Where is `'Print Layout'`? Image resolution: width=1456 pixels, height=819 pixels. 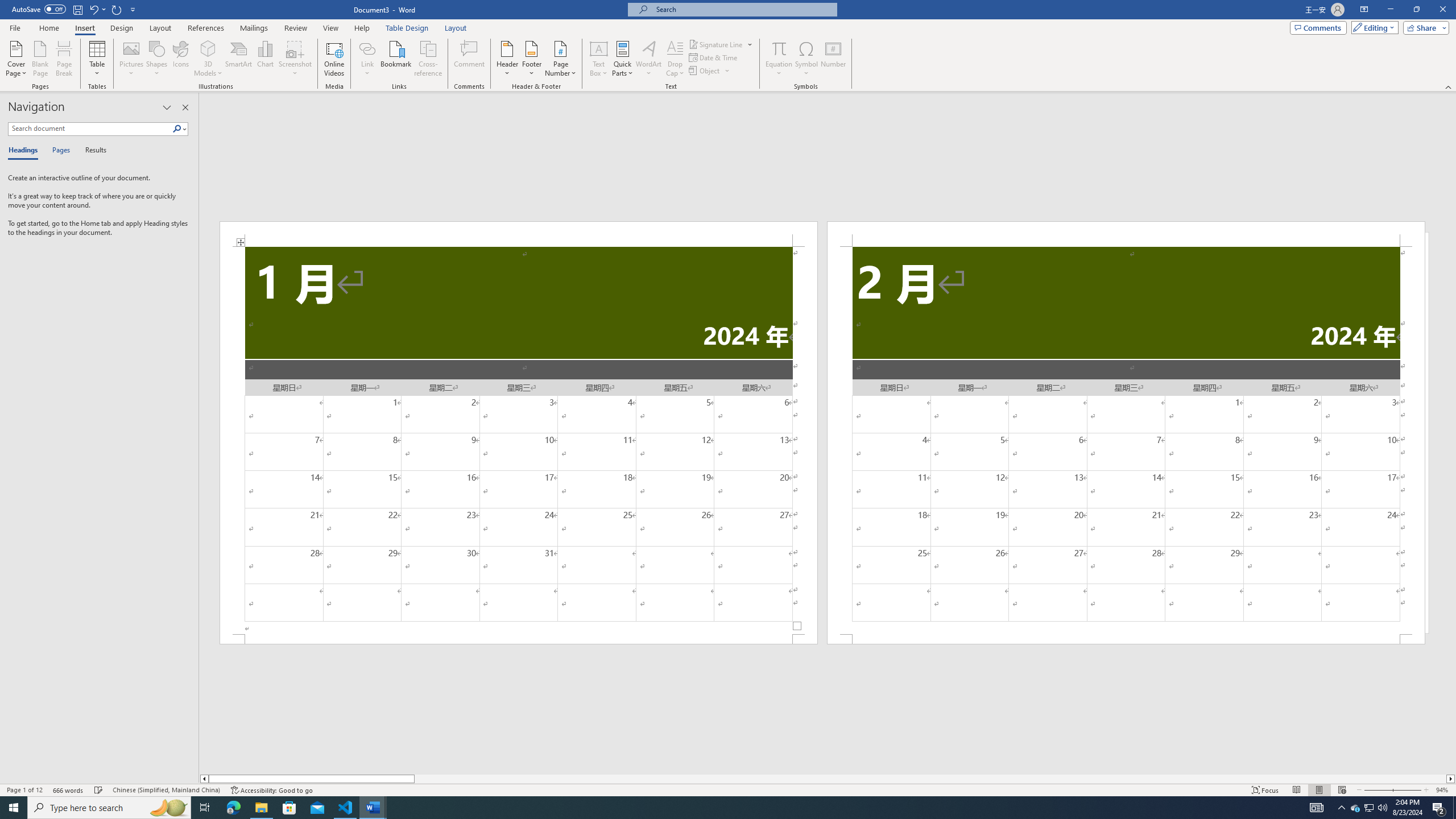 'Print Layout' is located at coordinates (1319, 790).